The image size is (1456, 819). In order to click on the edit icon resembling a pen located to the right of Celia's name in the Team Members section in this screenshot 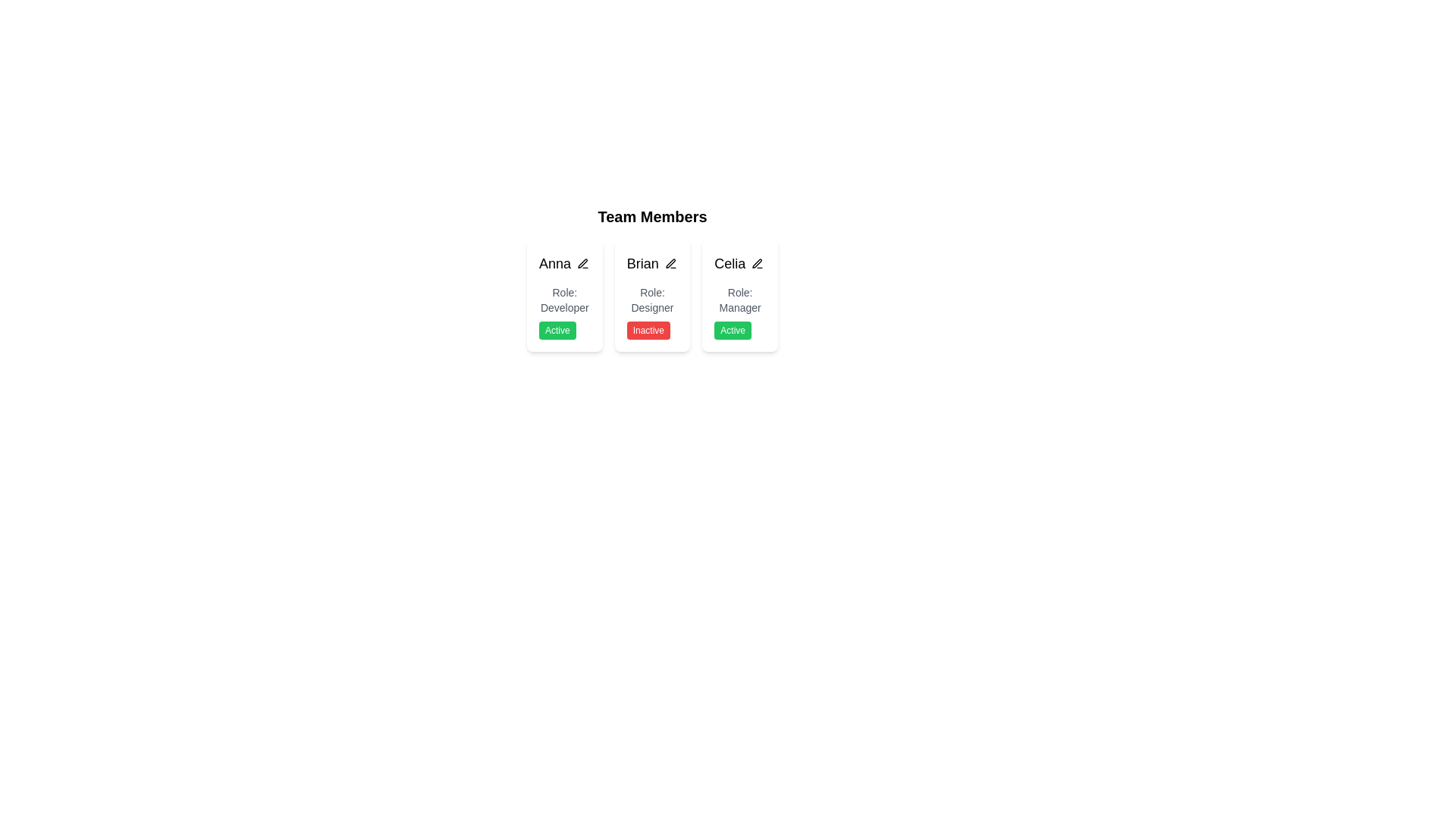, I will do `click(757, 262)`.